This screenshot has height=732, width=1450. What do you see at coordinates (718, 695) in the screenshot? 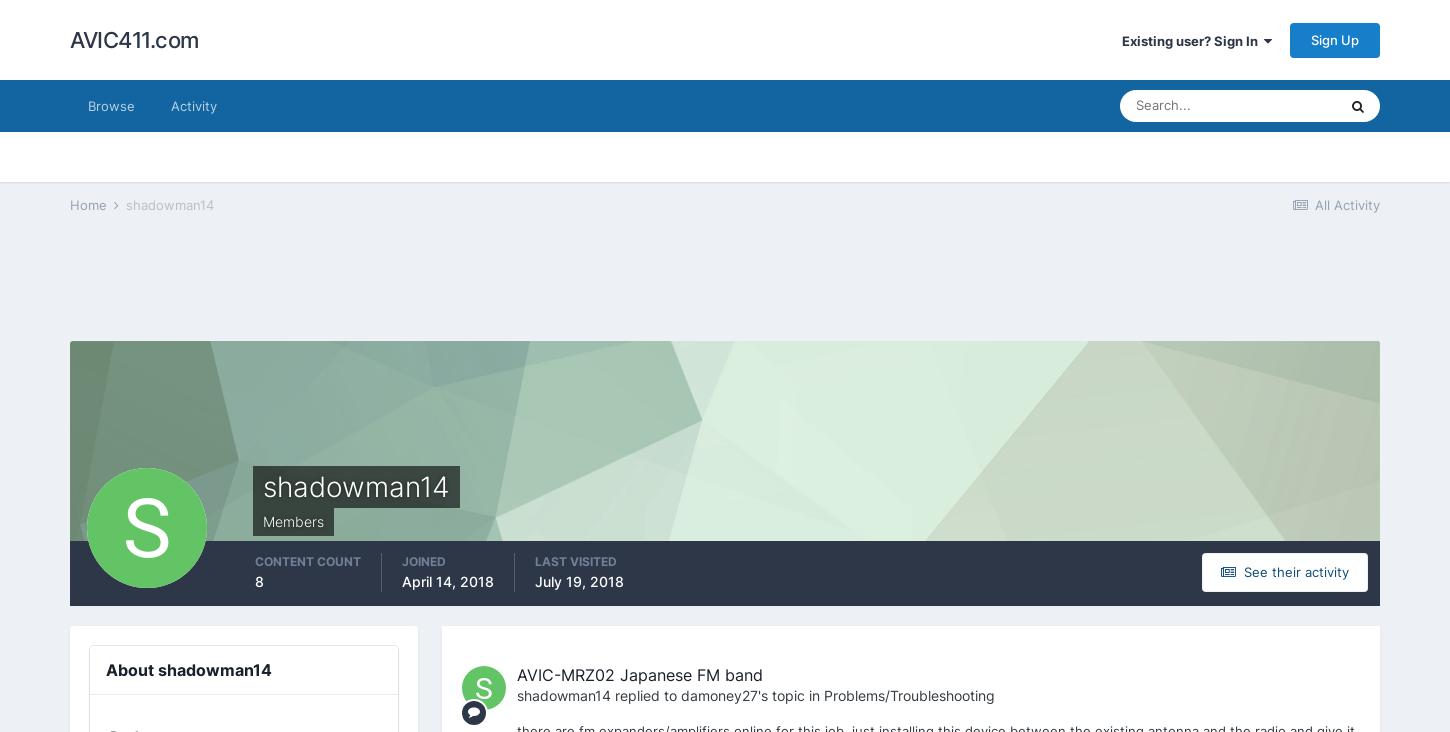
I see `'damoney27'` at bounding box center [718, 695].